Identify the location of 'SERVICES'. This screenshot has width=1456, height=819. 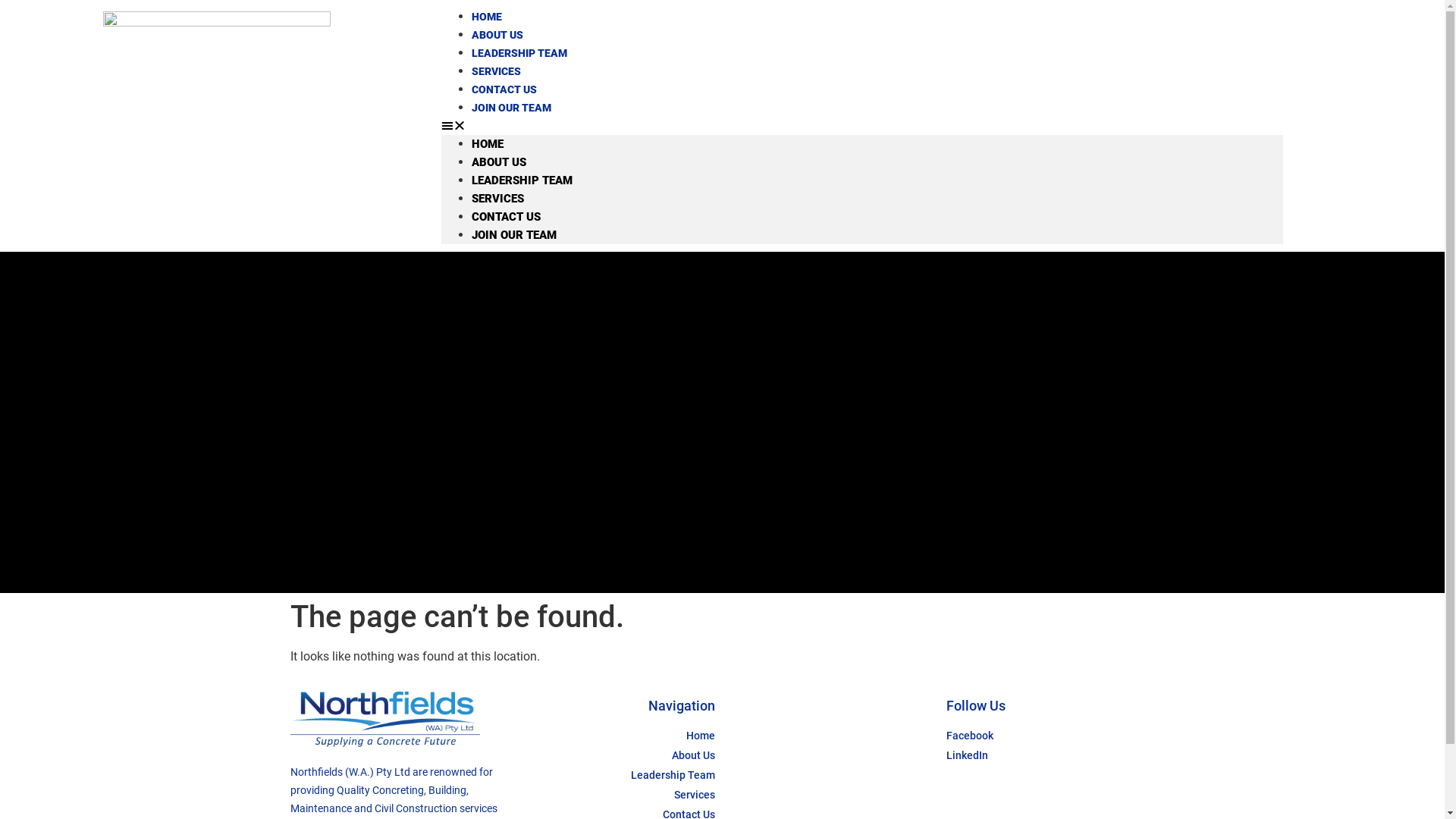
(496, 71).